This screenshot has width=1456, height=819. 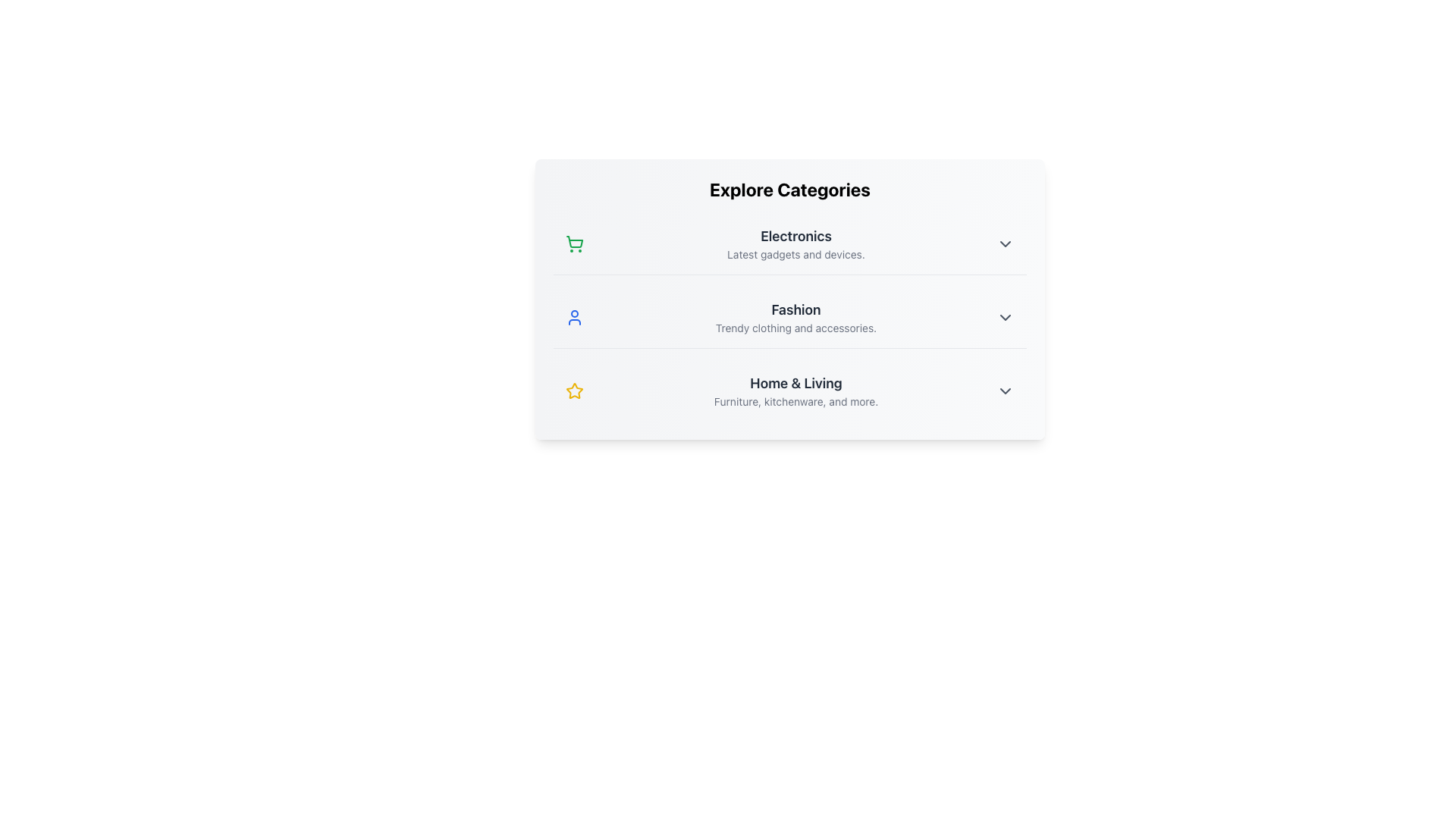 I want to click on the 'Electronics' text block with the title and description, so click(x=795, y=243).